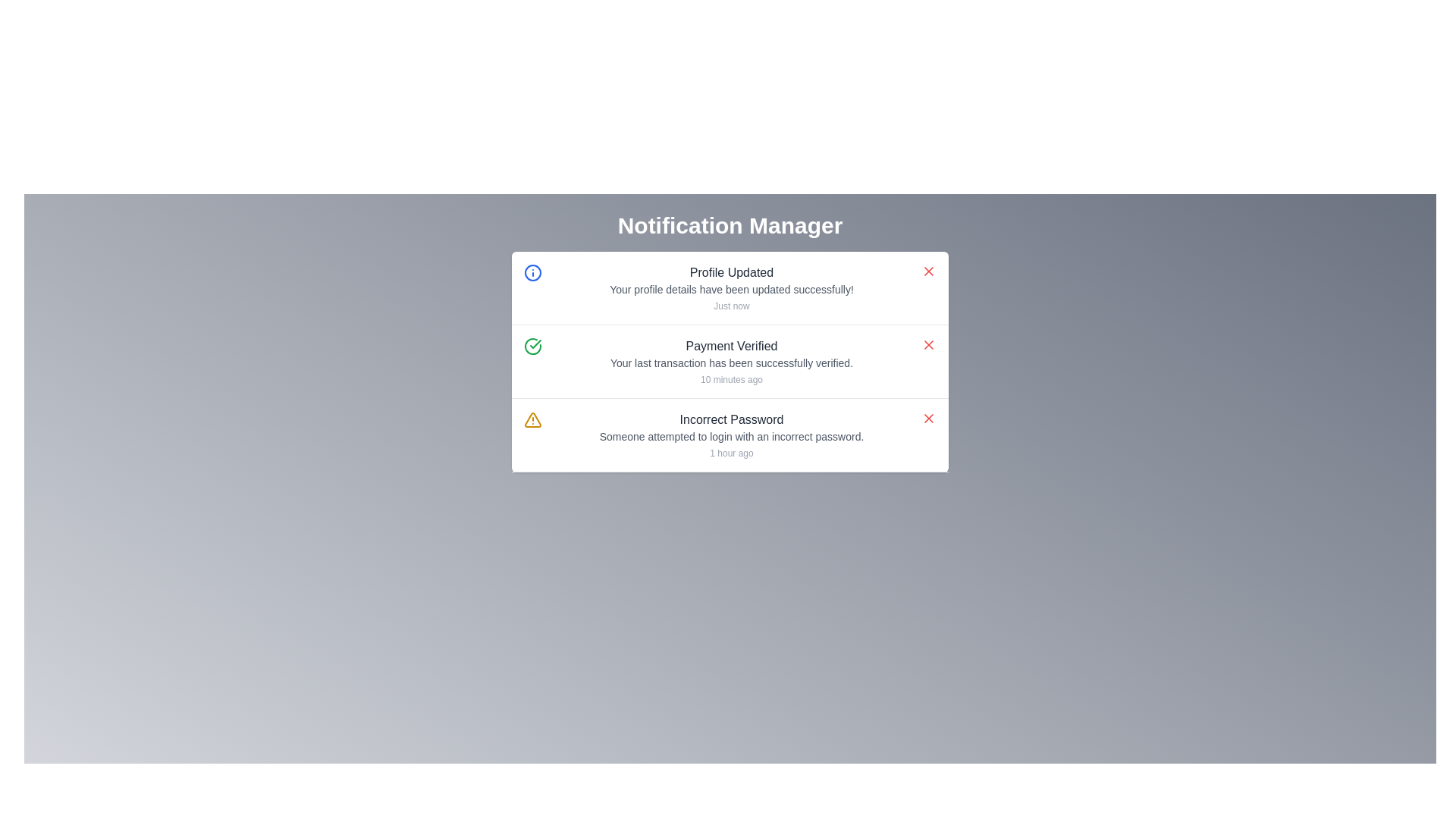  What do you see at coordinates (532, 420) in the screenshot?
I see `the warning icon representing the 'Incorrect Password' notification located at the bottom of the notification list to understand the notification type` at bounding box center [532, 420].